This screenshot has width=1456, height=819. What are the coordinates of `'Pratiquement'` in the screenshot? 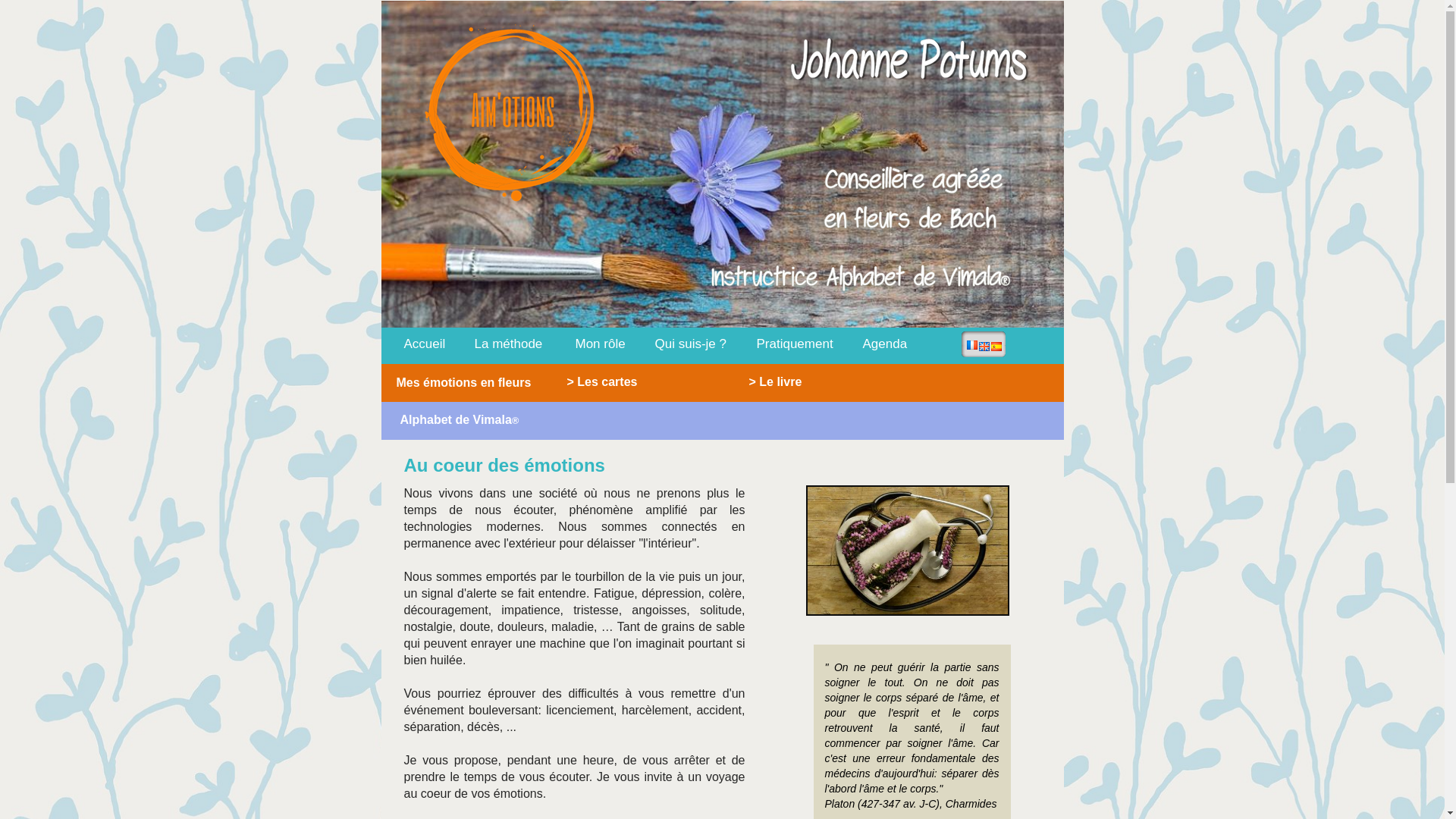 It's located at (794, 343).